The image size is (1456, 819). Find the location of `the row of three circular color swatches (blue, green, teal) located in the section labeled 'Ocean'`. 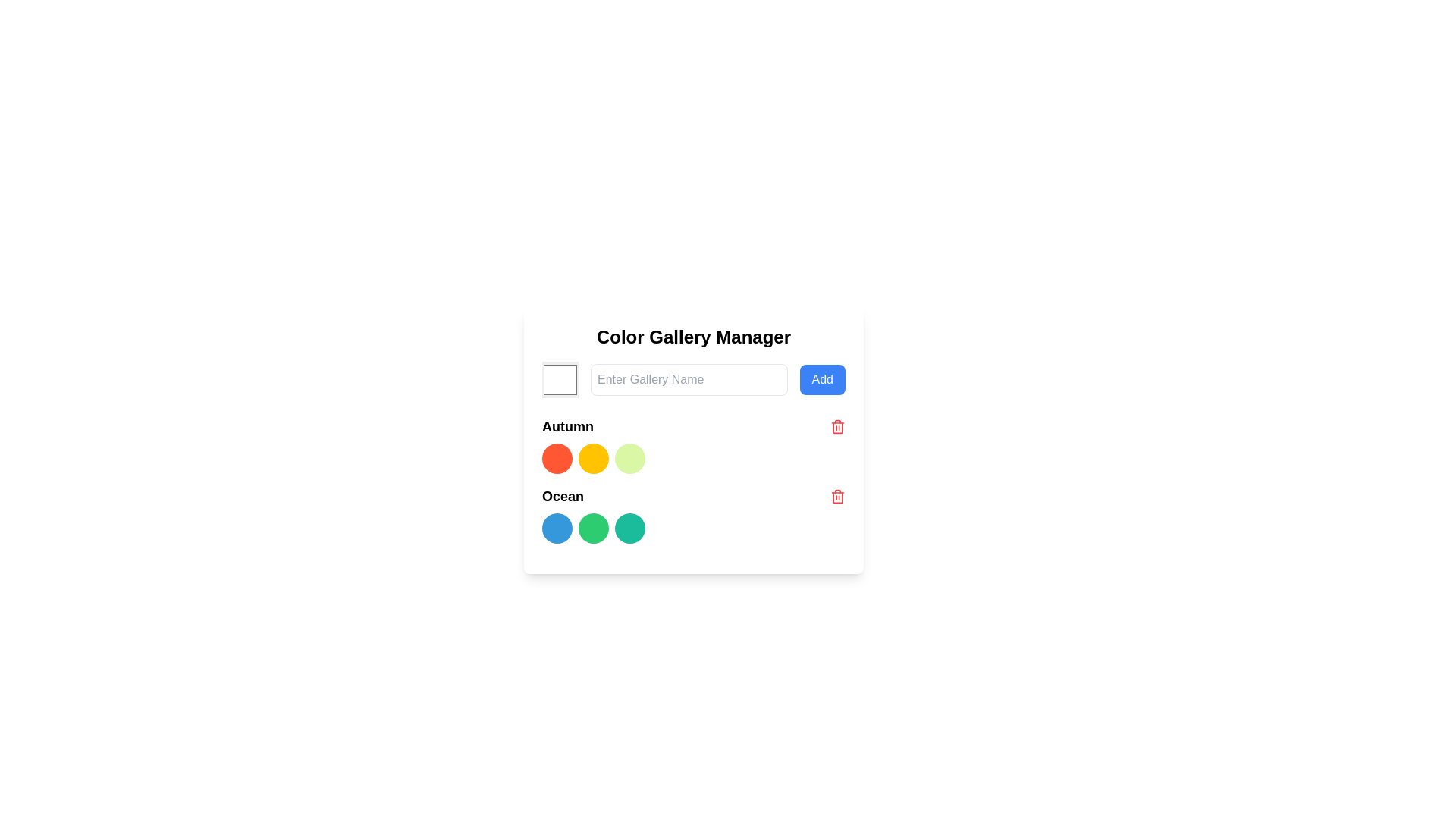

the row of three circular color swatches (blue, green, teal) located in the section labeled 'Ocean' is located at coordinates (693, 528).